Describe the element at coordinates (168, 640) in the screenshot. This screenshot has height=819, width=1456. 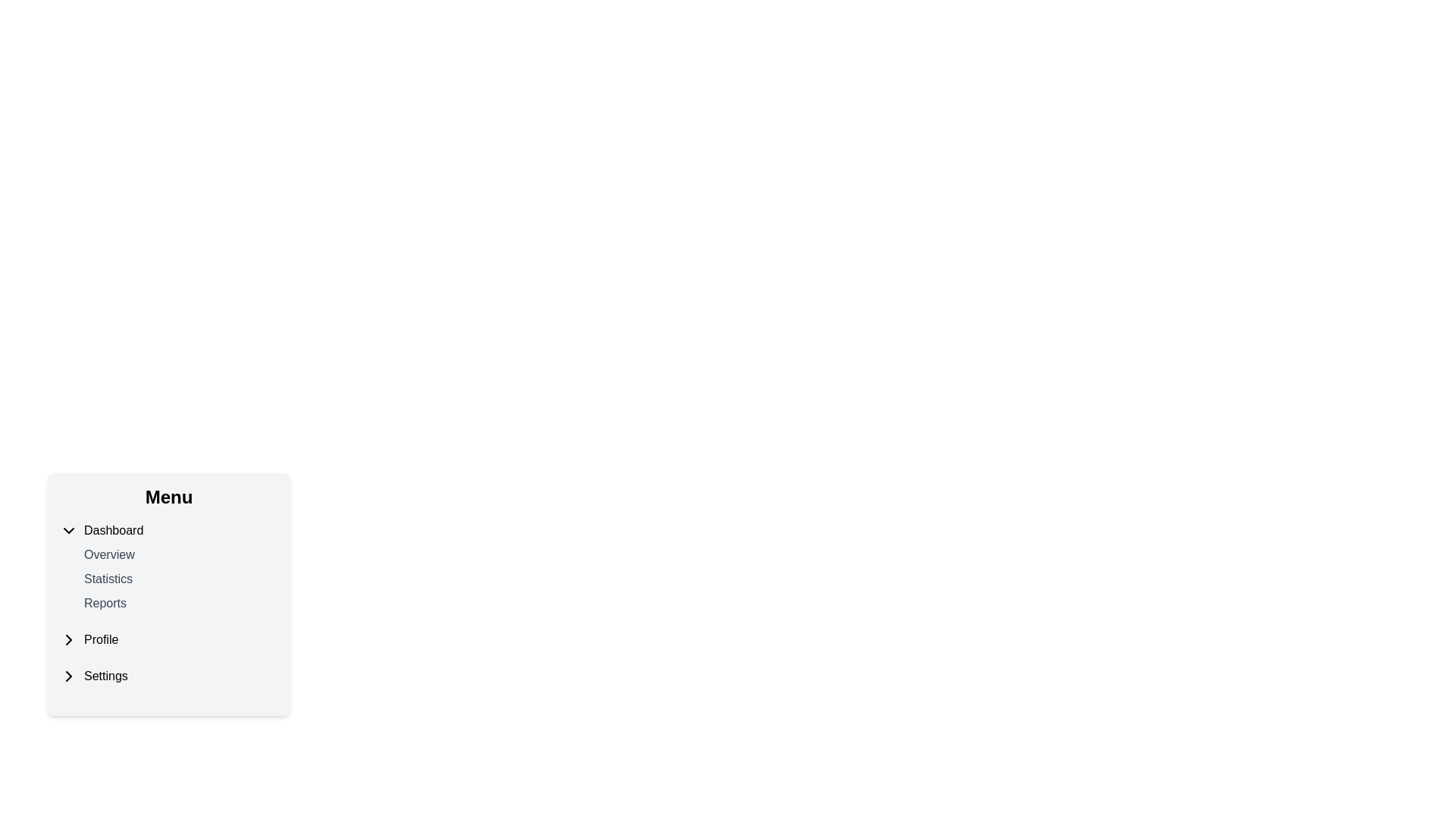
I see `the 'Profile' menu item in the vertical navigation menu` at that location.